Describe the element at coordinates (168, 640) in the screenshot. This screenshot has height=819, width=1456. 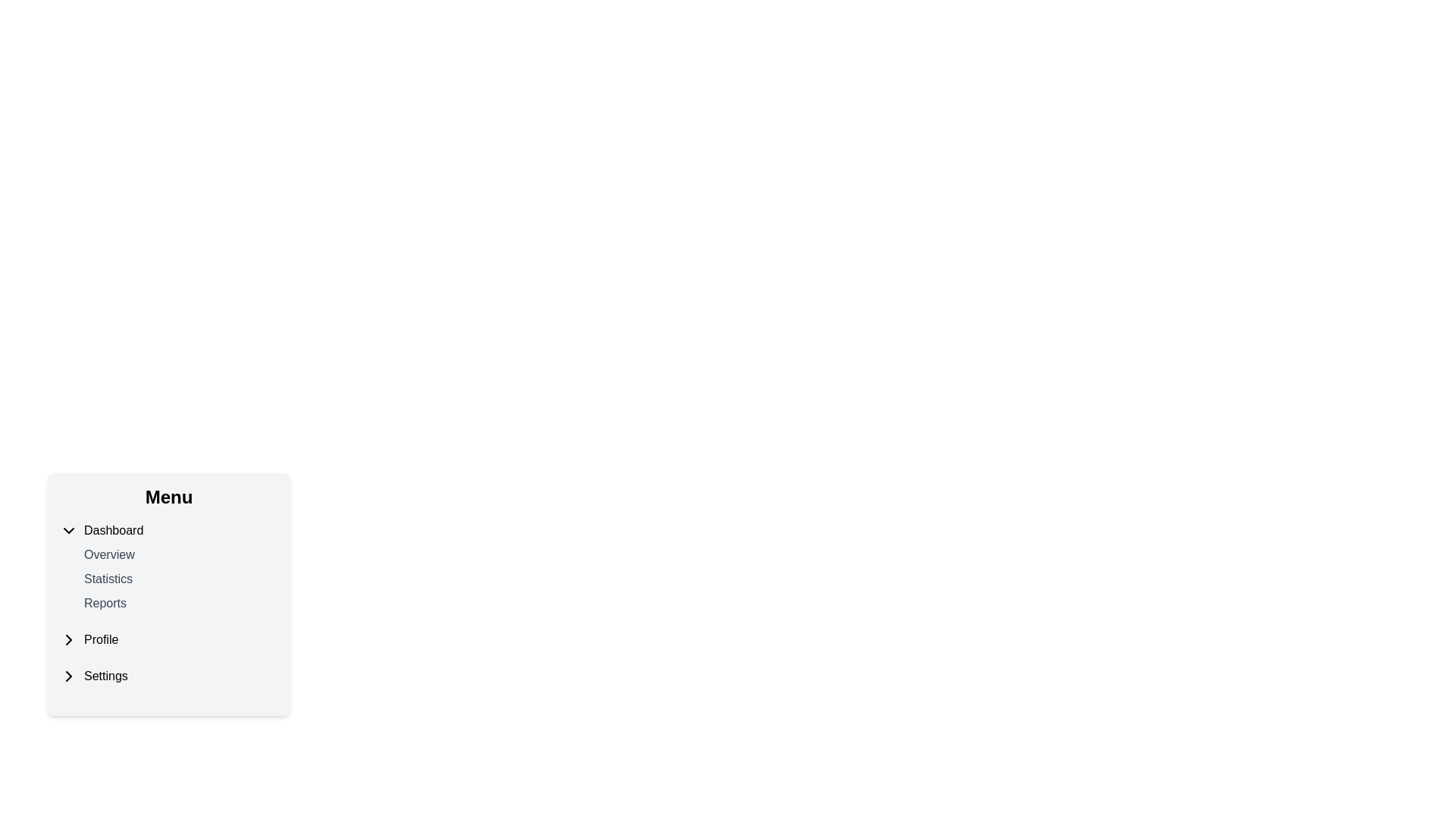
I see `the 'Profile' menu item in the vertical navigation menu` at that location.